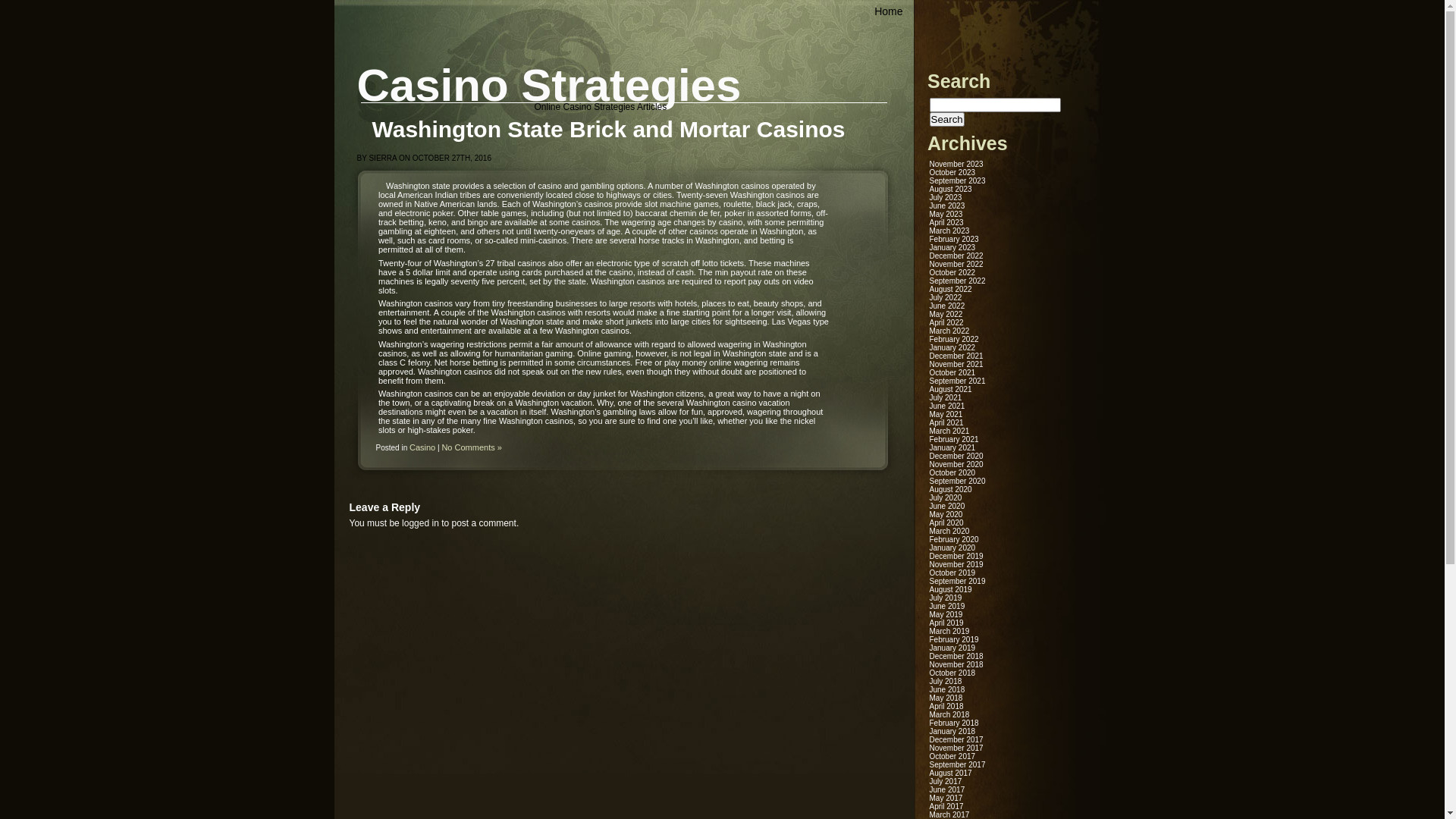 The height and width of the screenshot is (819, 1456). Describe the element at coordinates (956, 180) in the screenshot. I see `'September 2023'` at that location.